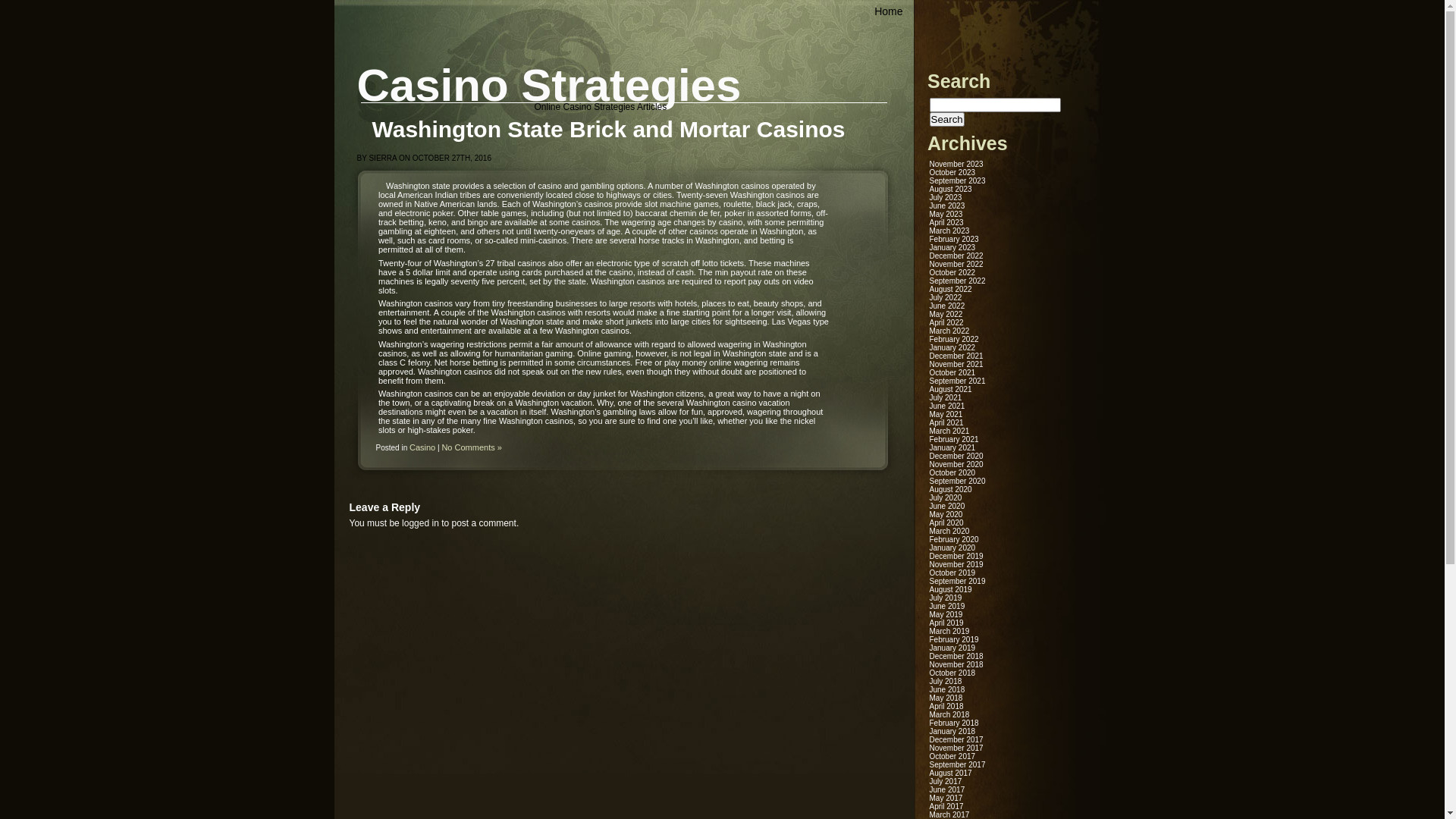 The height and width of the screenshot is (819, 1456). Describe the element at coordinates (956, 180) in the screenshot. I see `'September 2023'` at that location.